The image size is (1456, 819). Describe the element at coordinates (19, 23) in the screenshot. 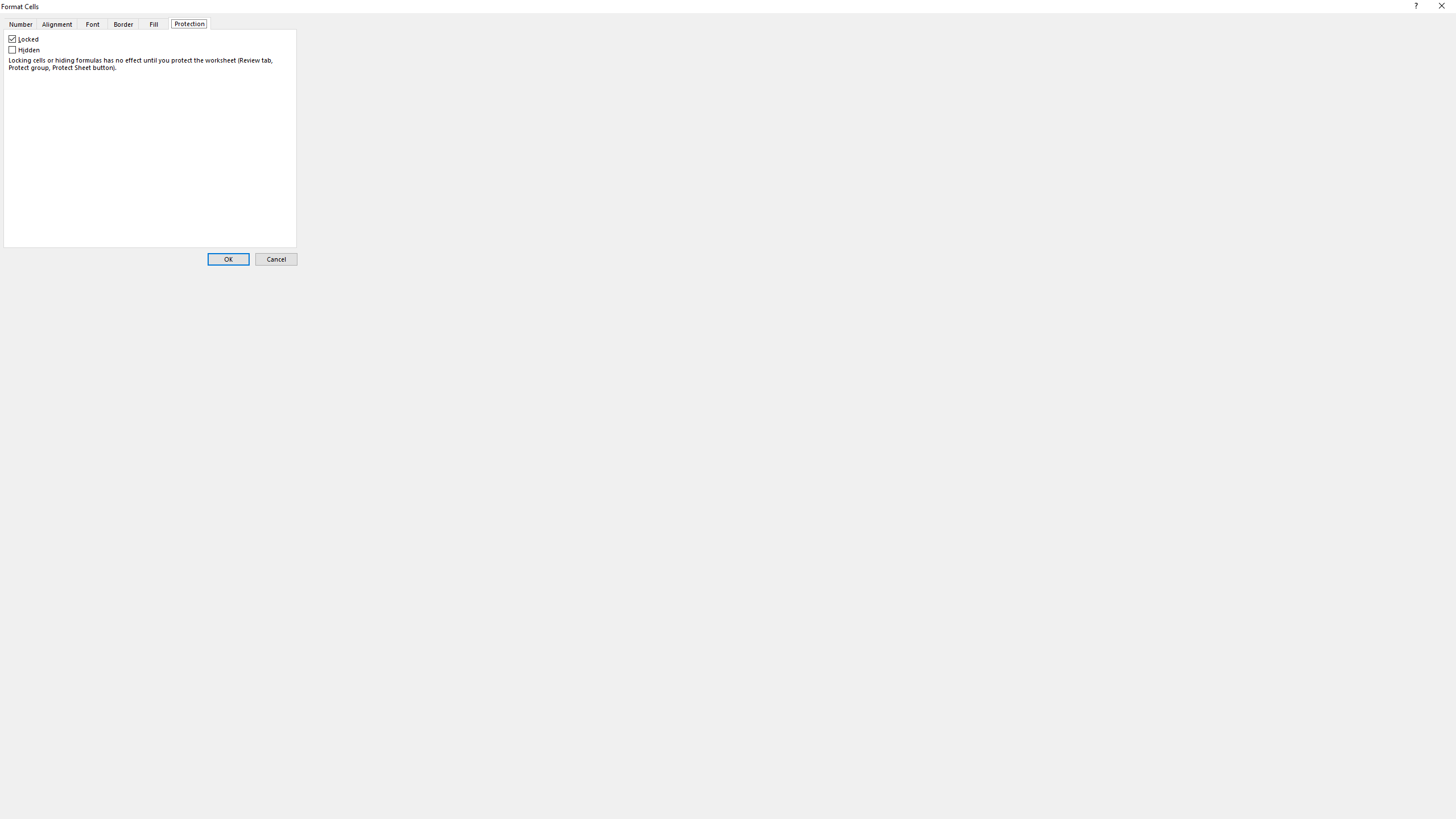

I see `'Number'` at that location.